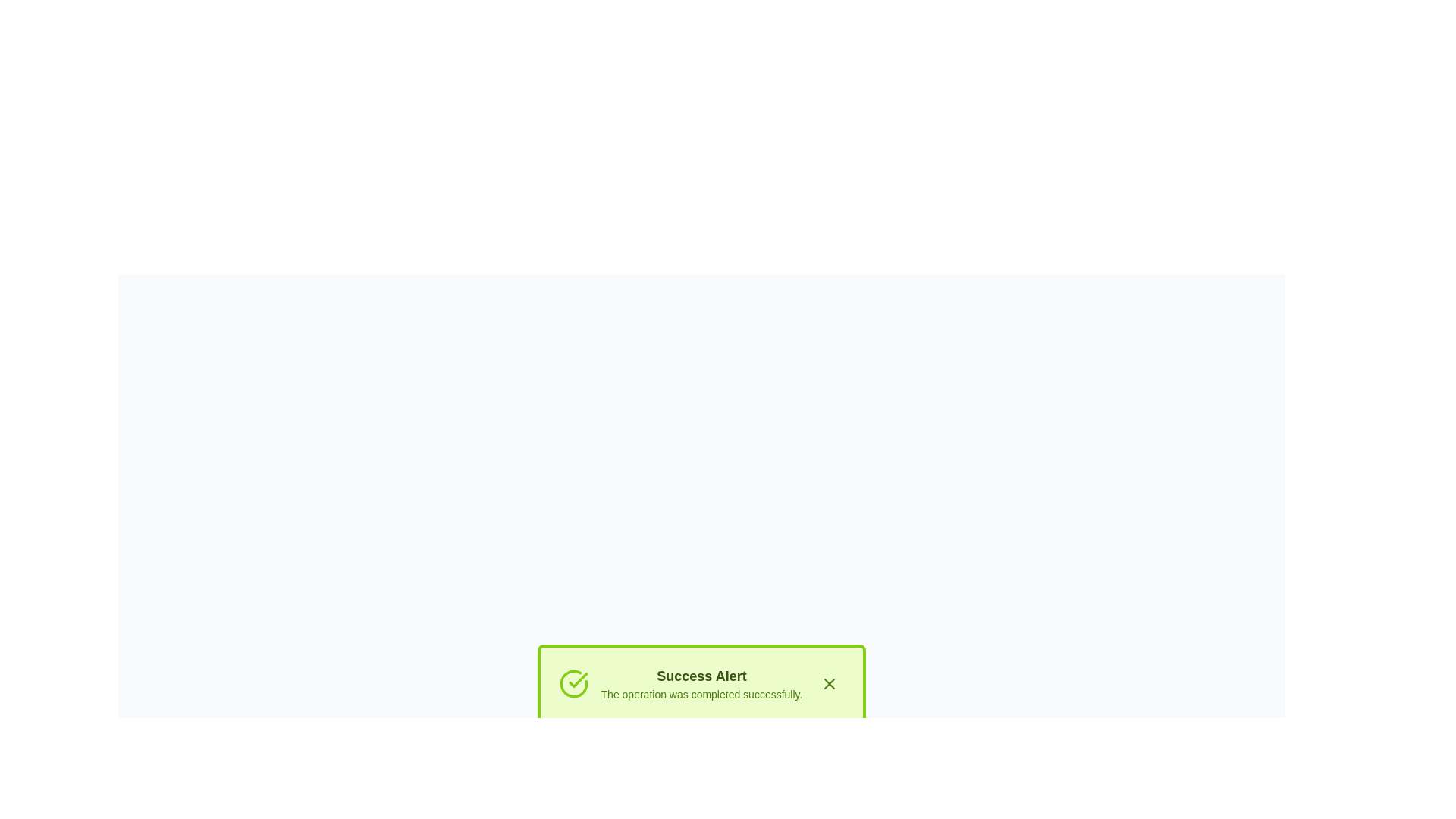 The image size is (1456, 819). What do you see at coordinates (829, 684) in the screenshot?
I see `the close button located in the top-right corner of the success alert message panel` at bounding box center [829, 684].